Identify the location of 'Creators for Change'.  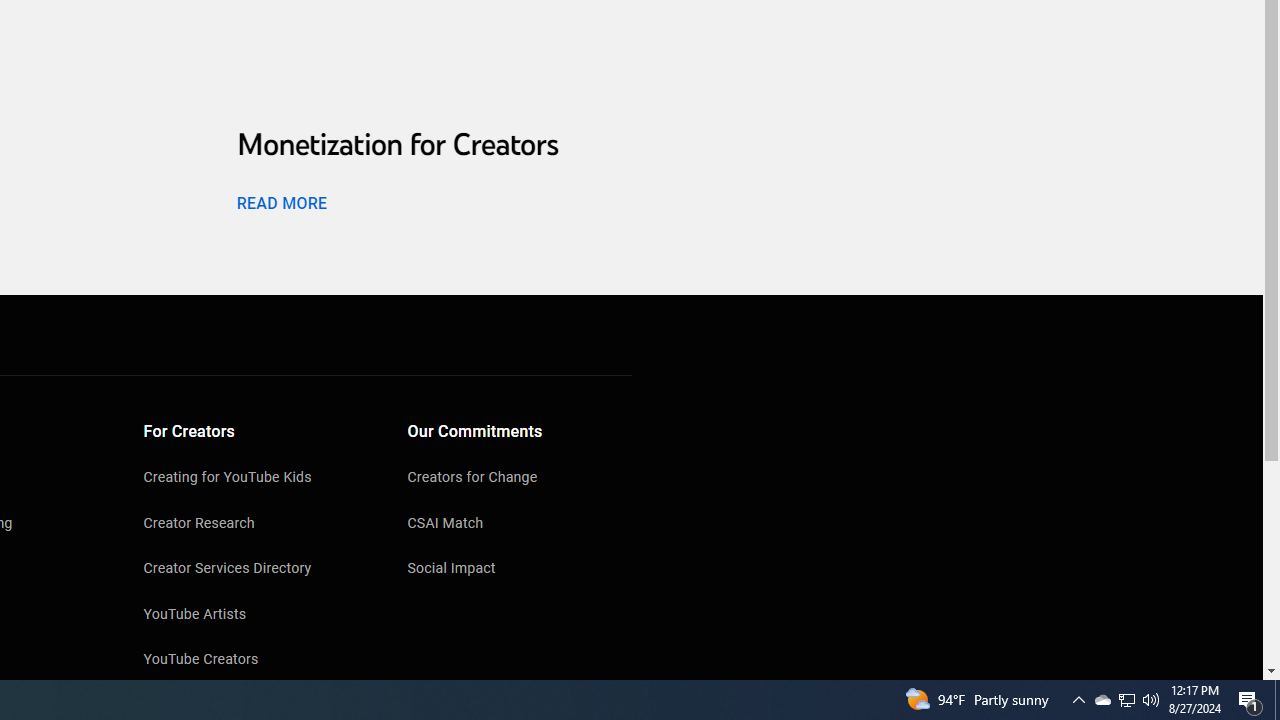
(519, 479).